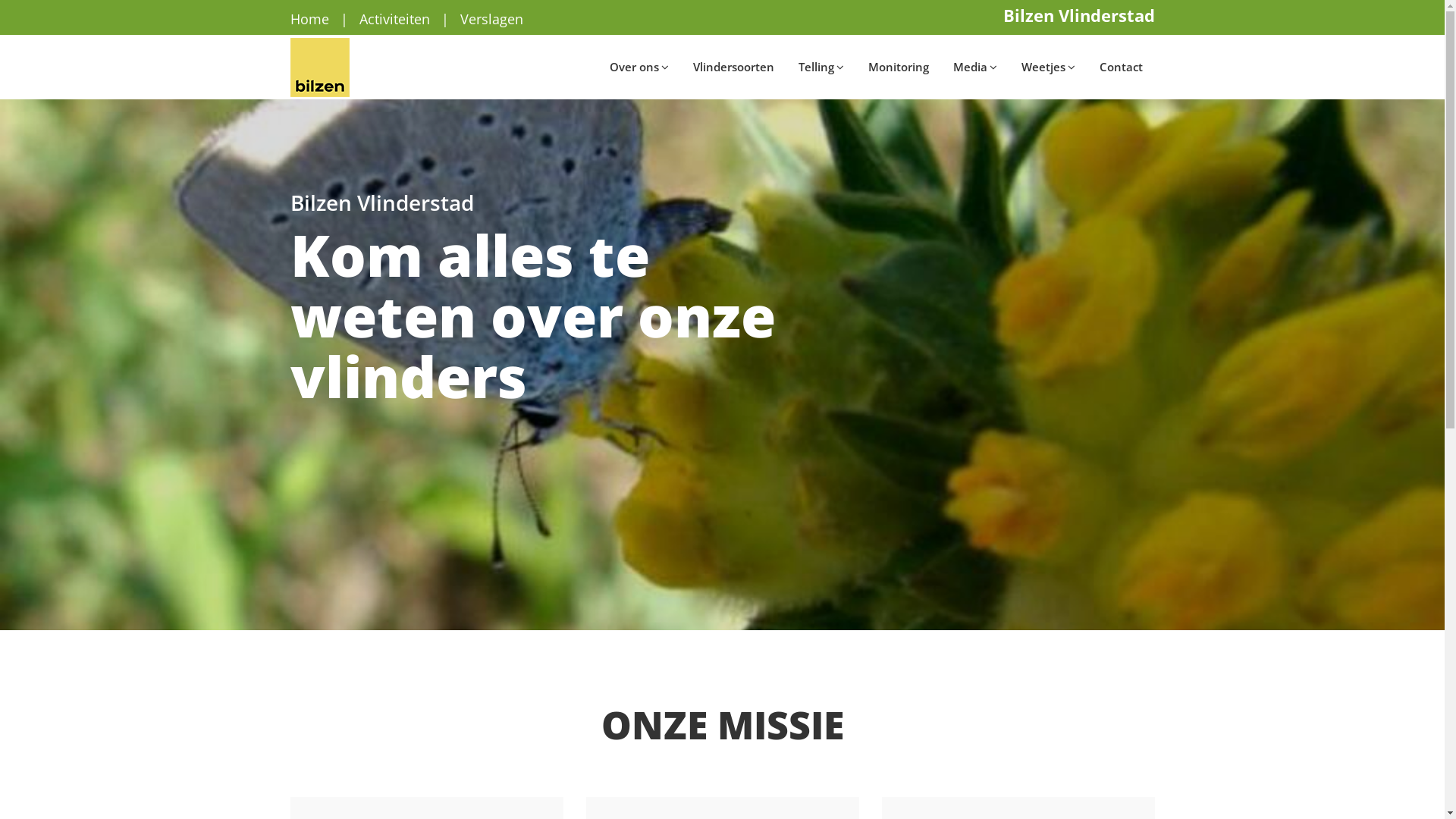 The image size is (1456, 819). I want to click on 'Media', so click(974, 66).